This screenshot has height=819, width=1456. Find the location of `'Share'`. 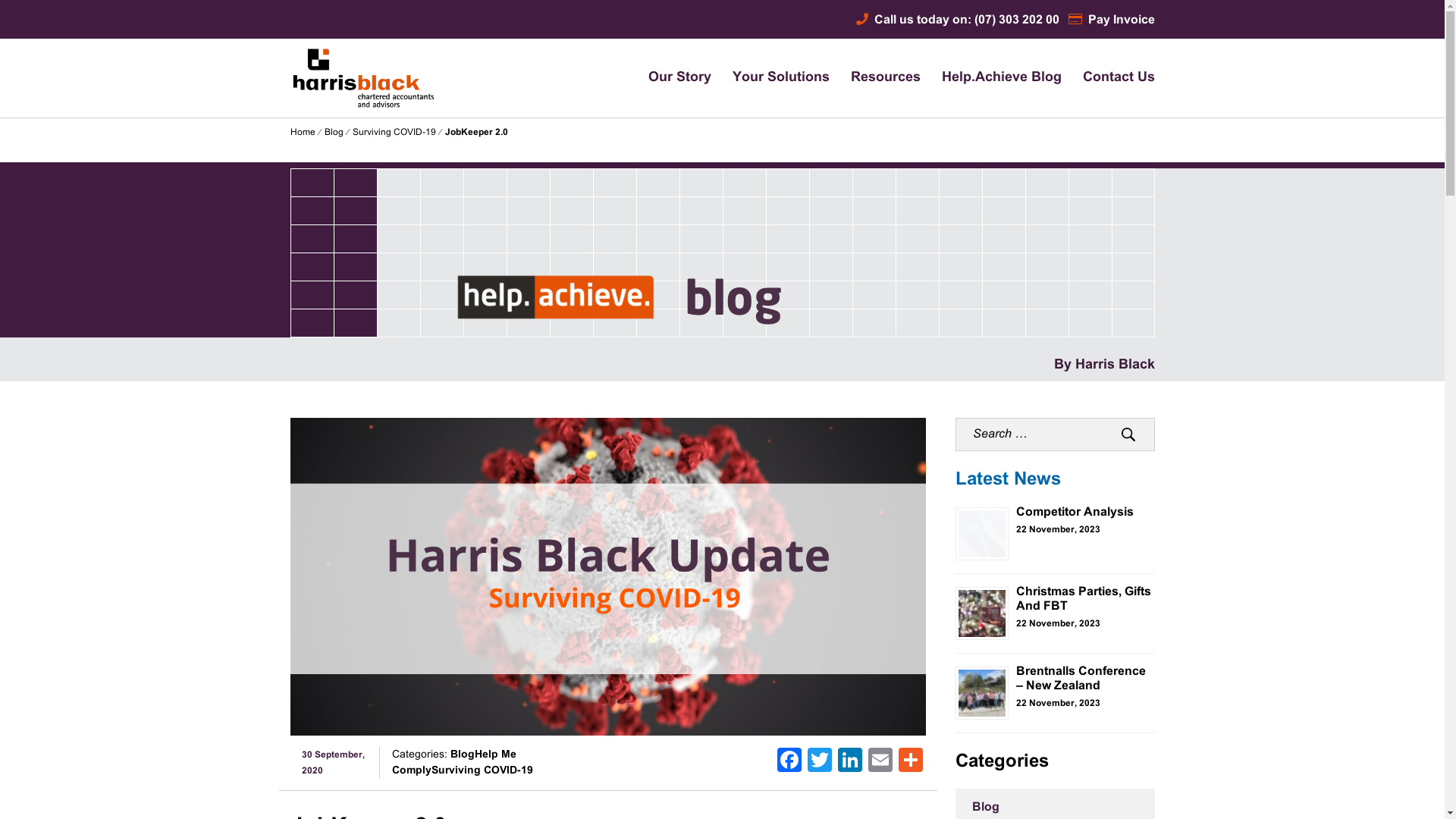

'Share' is located at coordinates (895, 763).